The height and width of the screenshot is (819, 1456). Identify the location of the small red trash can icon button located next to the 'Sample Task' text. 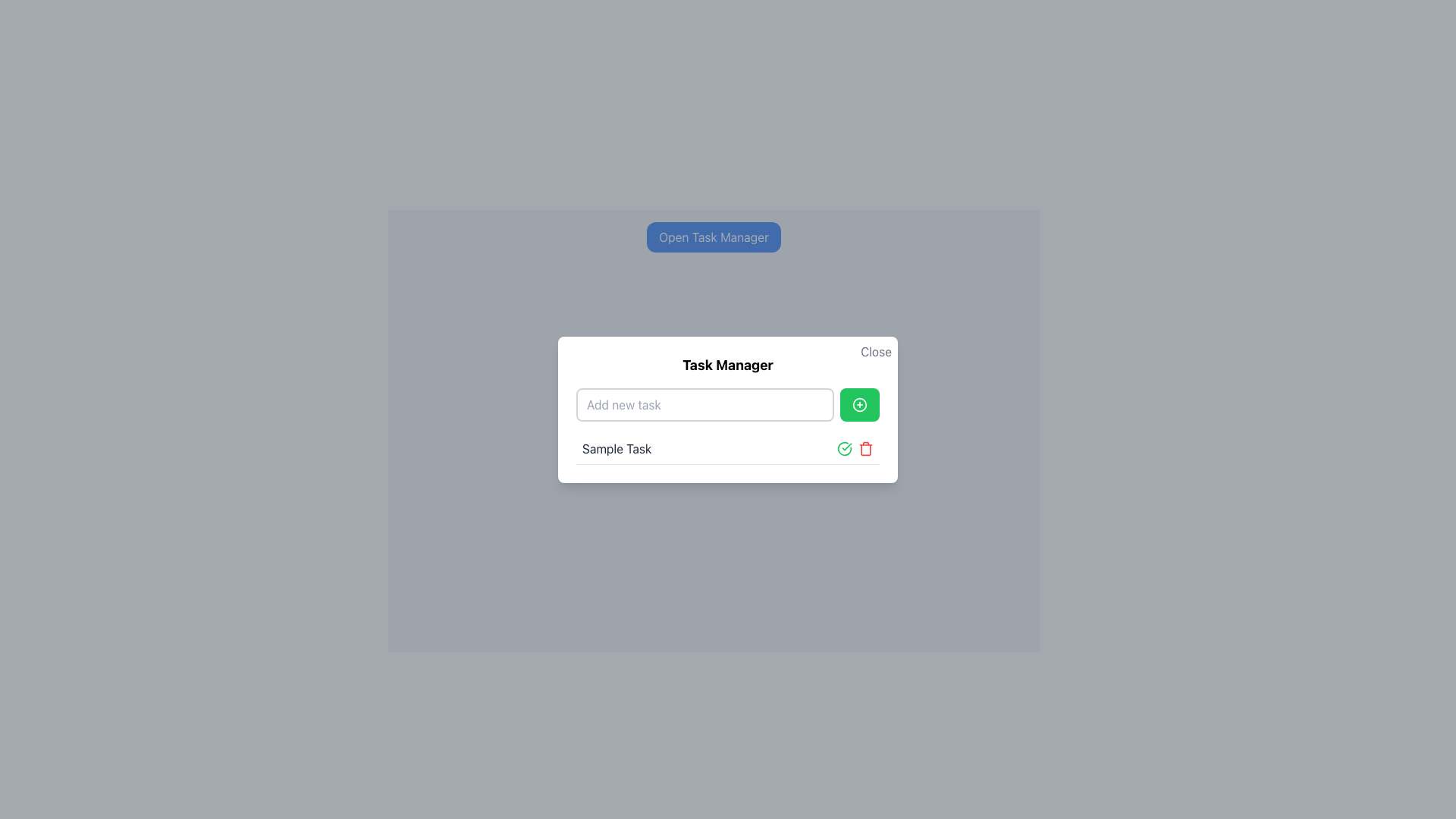
(866, 447).